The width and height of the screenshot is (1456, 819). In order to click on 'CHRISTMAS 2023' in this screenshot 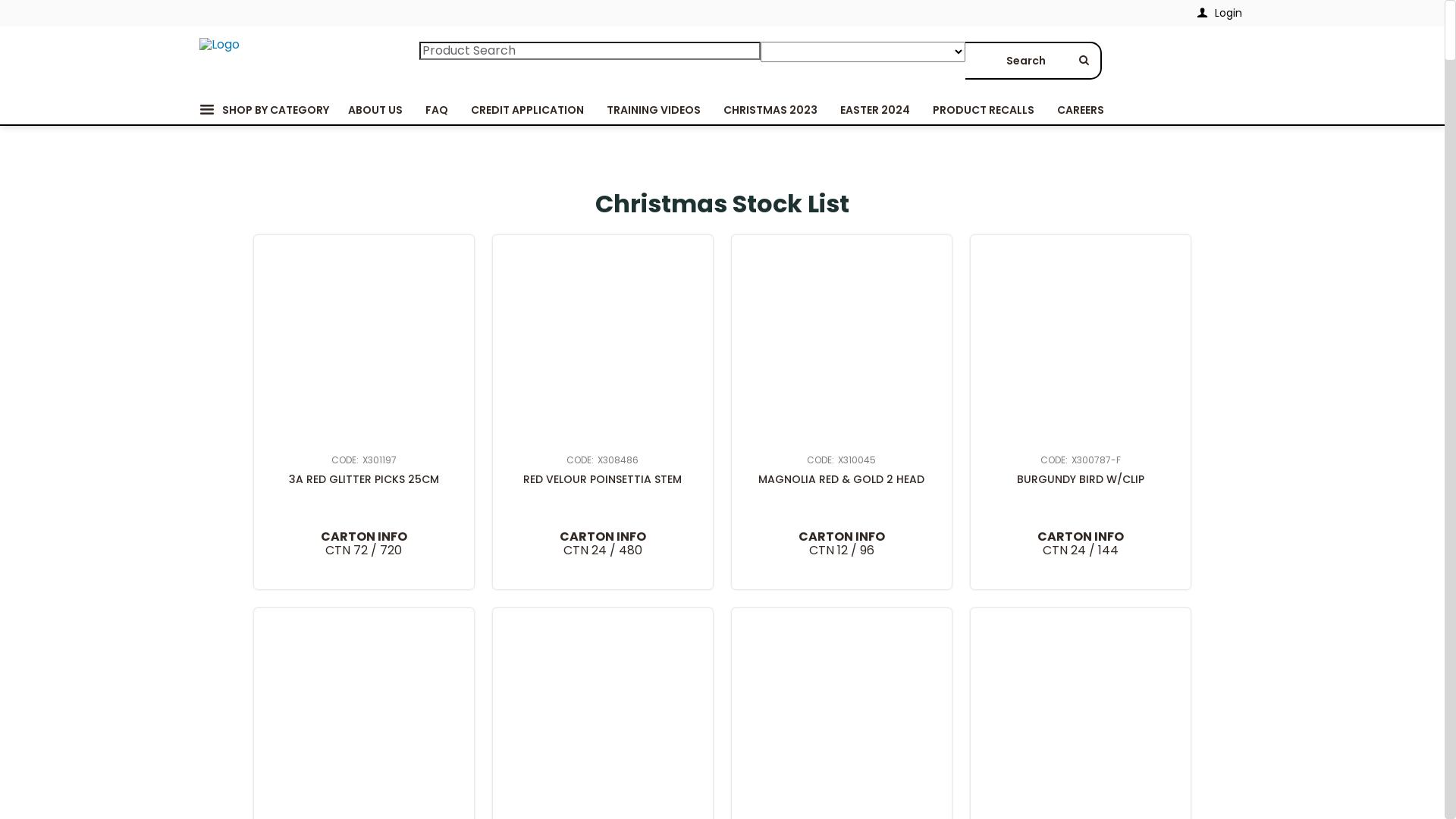, I will do `click(769, 109)`.